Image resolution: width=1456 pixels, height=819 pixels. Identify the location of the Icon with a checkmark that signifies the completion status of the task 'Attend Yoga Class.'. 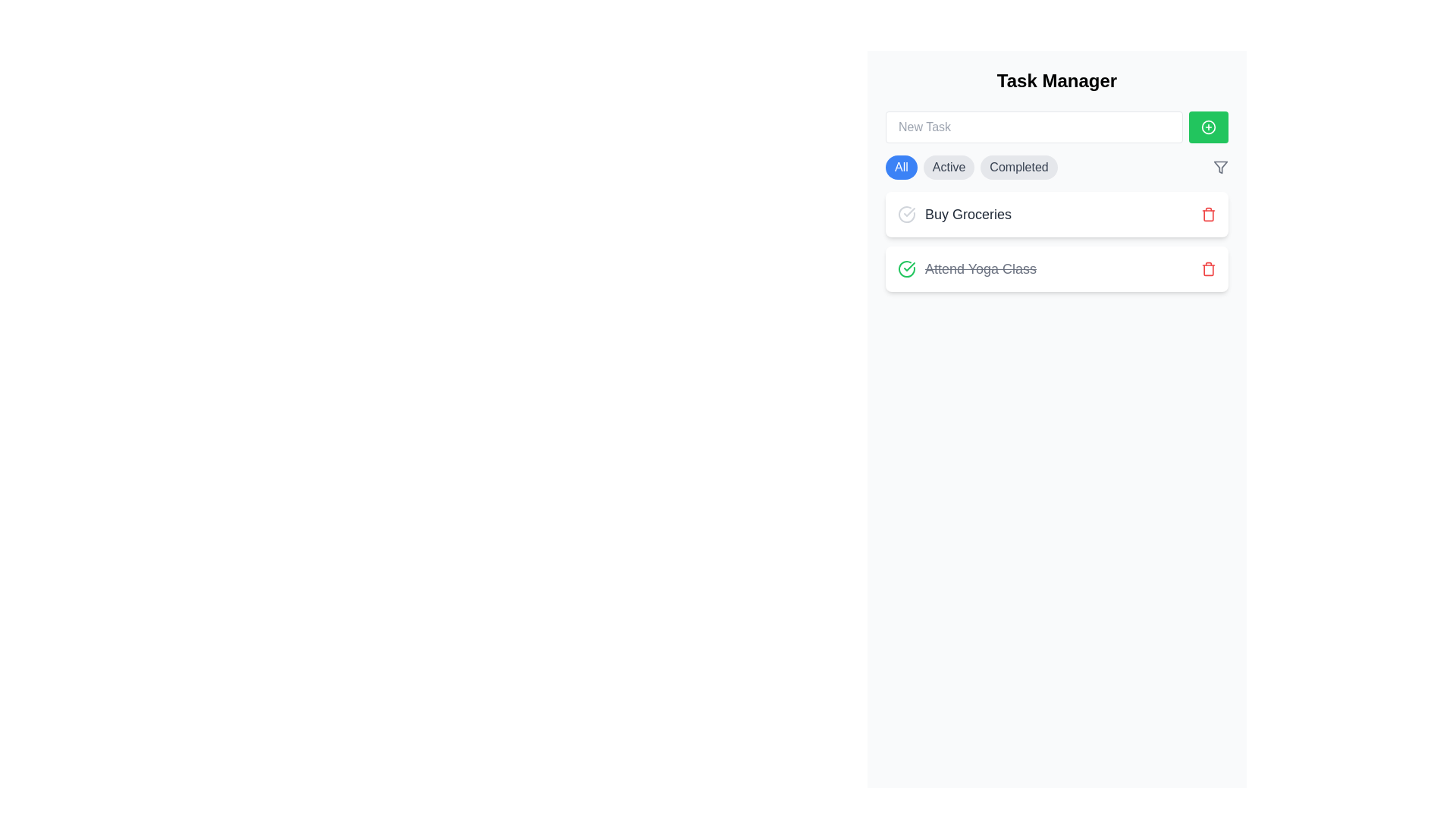
(906, 268).